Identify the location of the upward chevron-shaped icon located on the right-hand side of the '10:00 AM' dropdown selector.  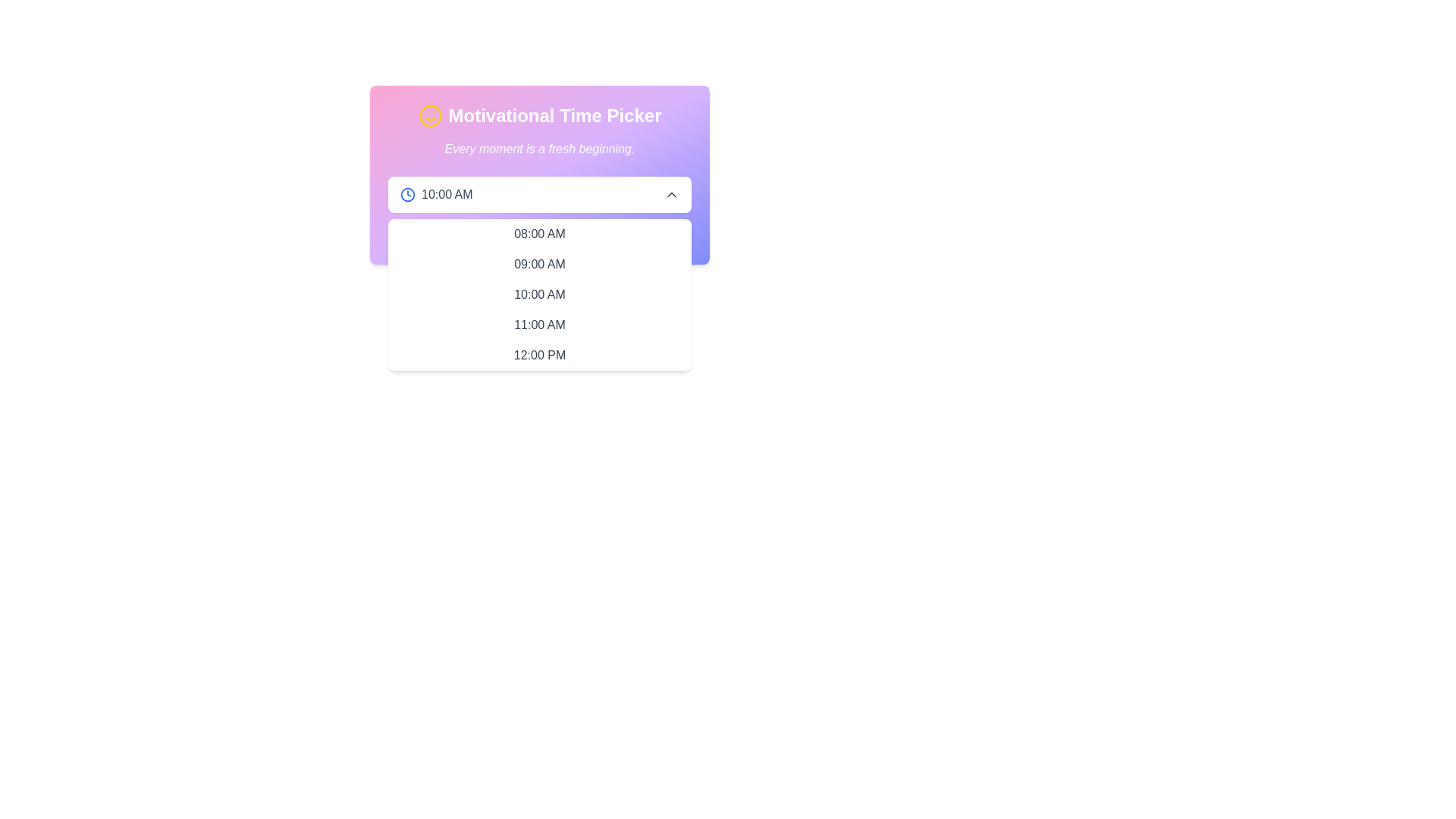
(671, 194).